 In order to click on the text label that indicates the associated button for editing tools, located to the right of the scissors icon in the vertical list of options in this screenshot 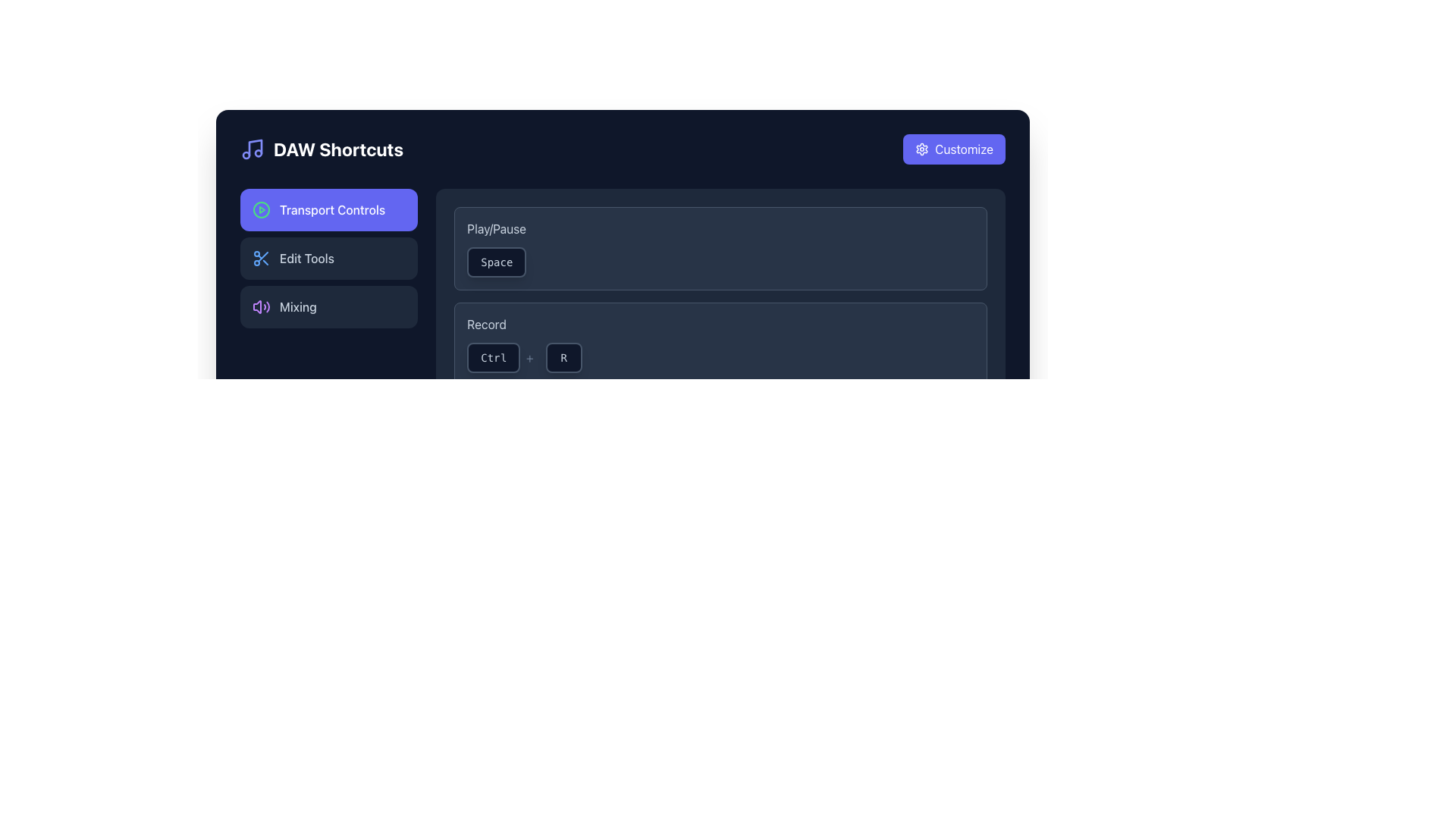, I will do `click(306, 257)`.